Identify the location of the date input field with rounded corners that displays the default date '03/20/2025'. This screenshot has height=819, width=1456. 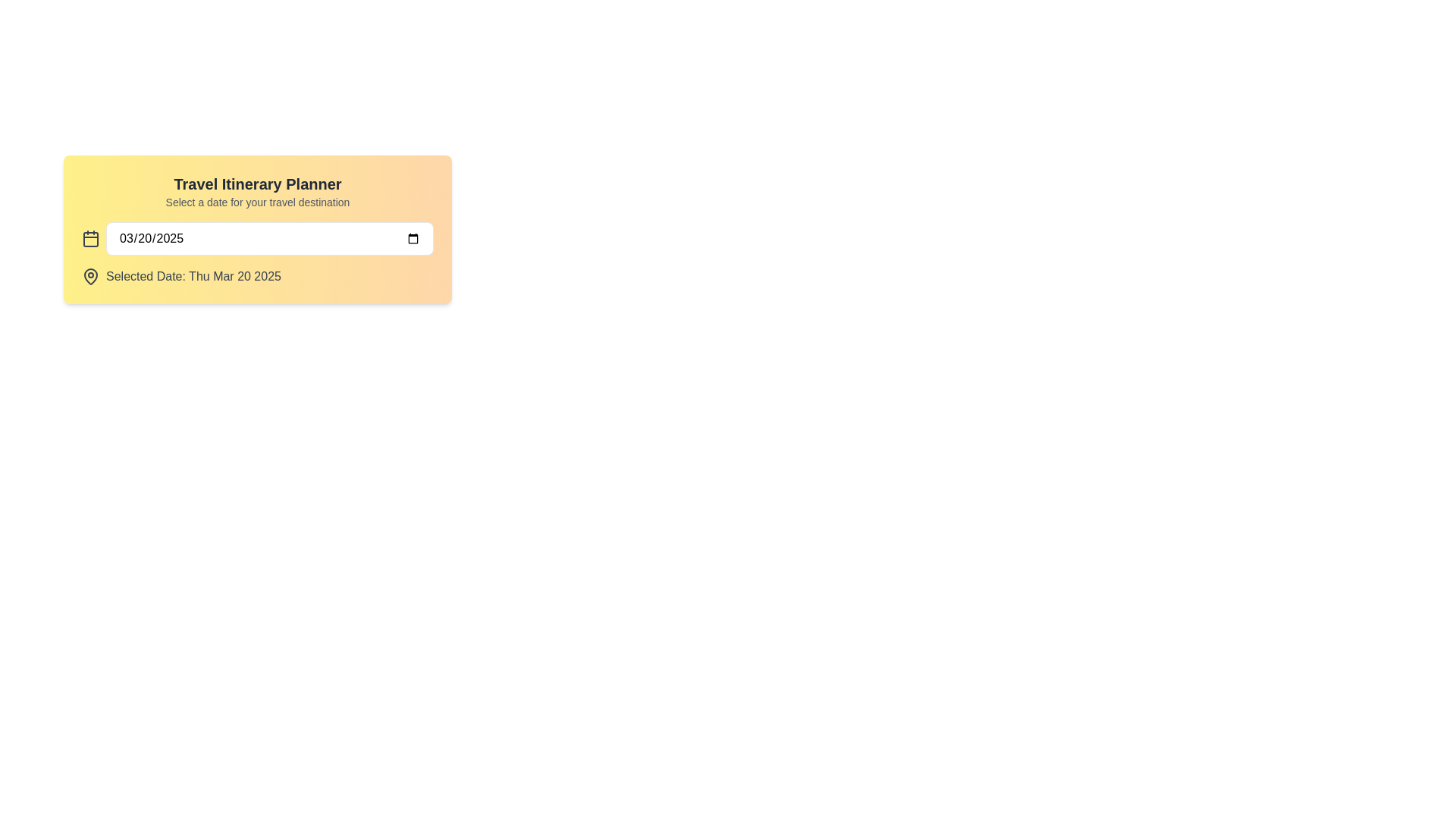
(269, 239).